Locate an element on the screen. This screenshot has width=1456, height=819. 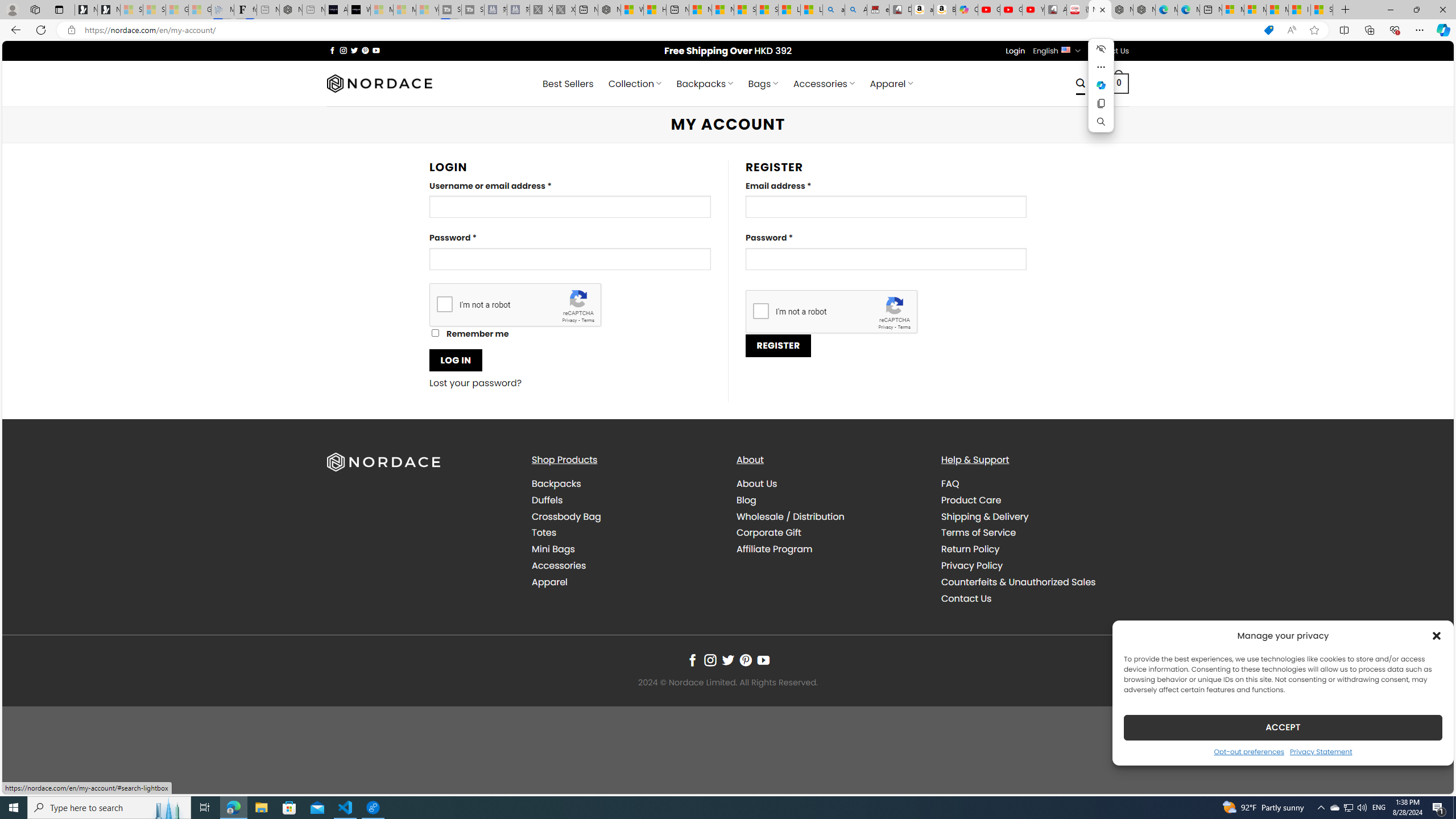
'Settings and more (Alt+F)' is located at coordinates (1419, 29).